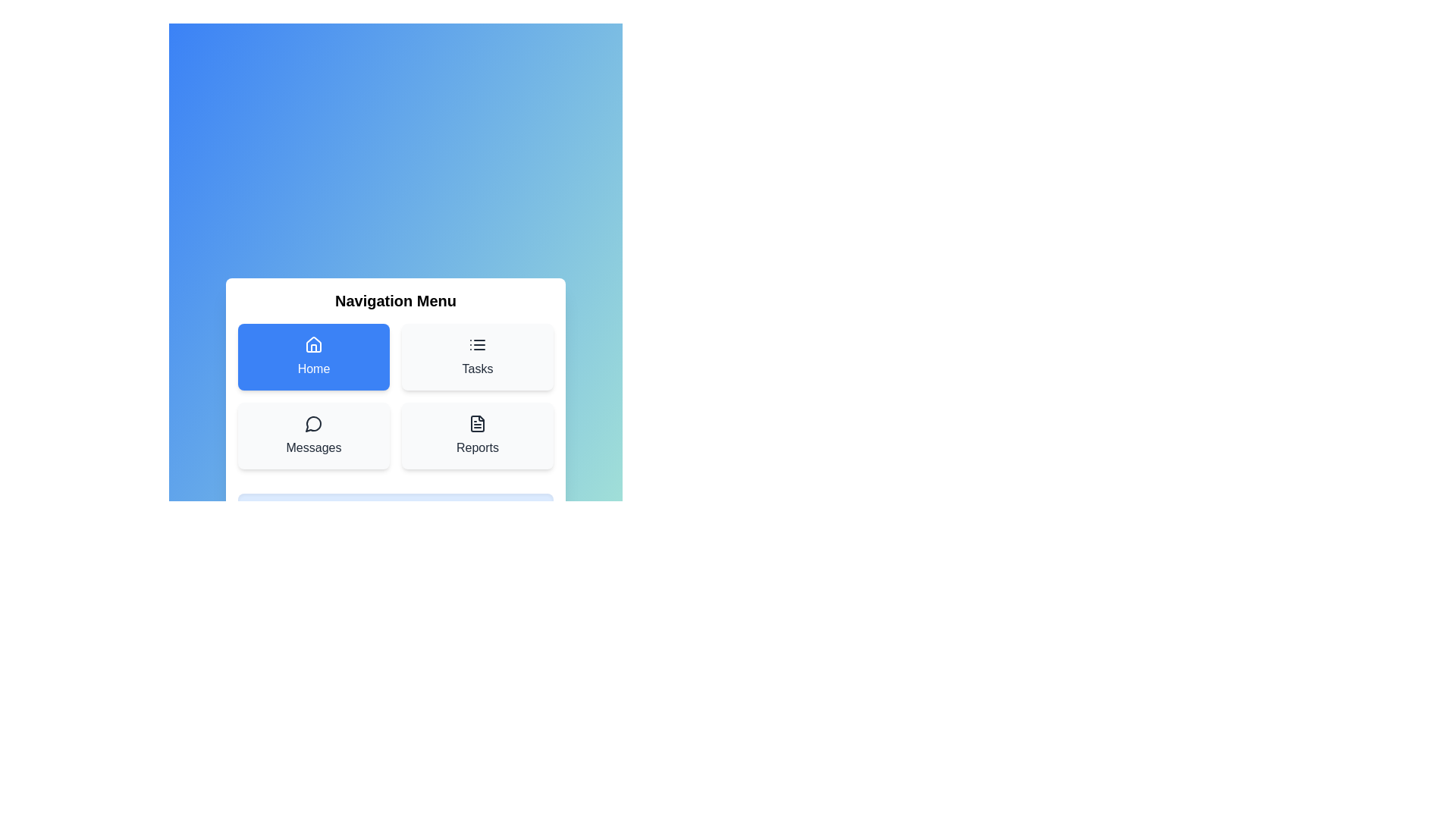 The height and width of the screenshot is (819, 1456). What do you see at coordinates (312, 356) in the screenshot?
I see `the menu item Home to display its details` at bounding box center [312, 356].